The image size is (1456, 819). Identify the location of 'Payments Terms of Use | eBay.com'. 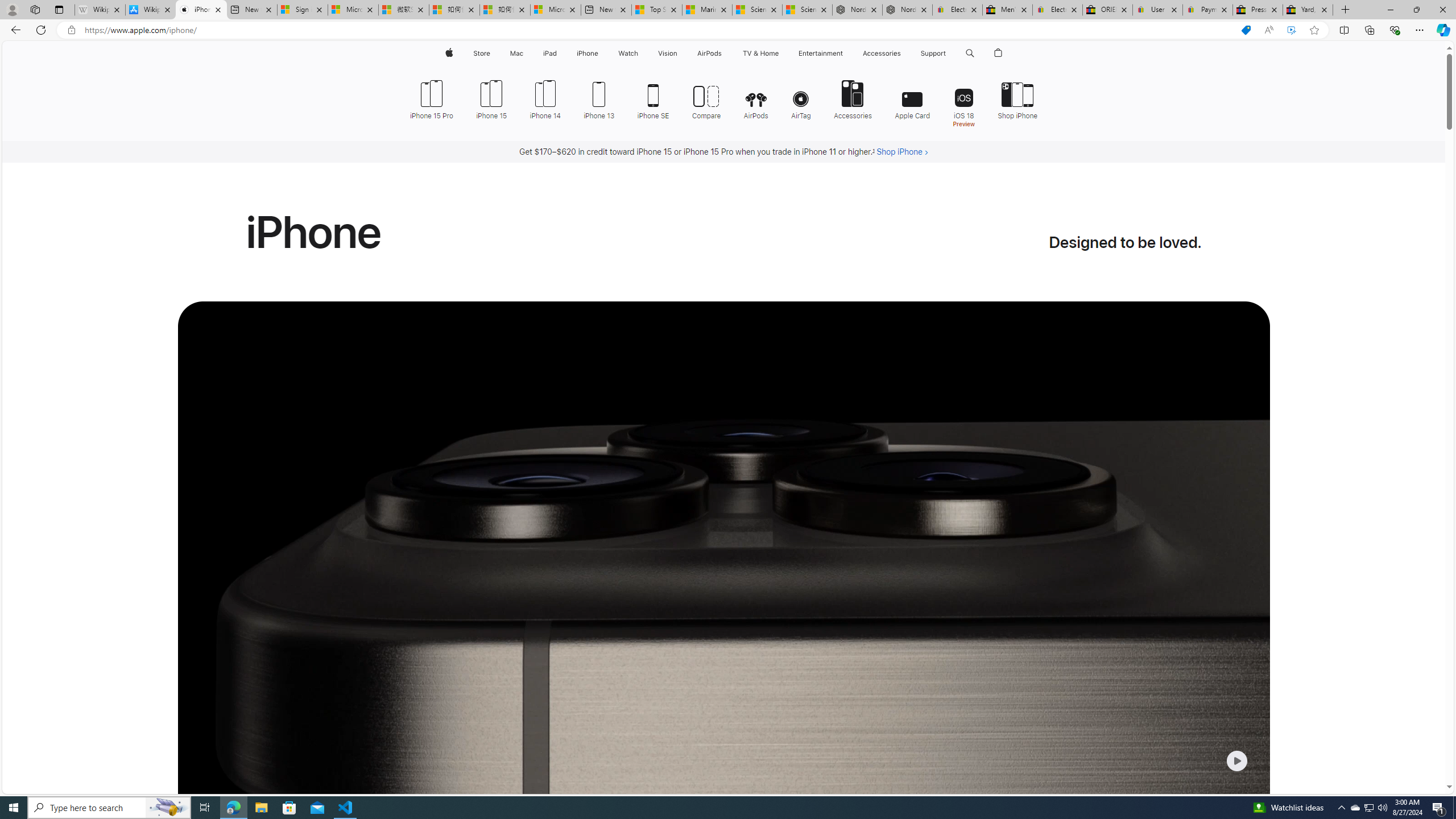
(1207, 9).